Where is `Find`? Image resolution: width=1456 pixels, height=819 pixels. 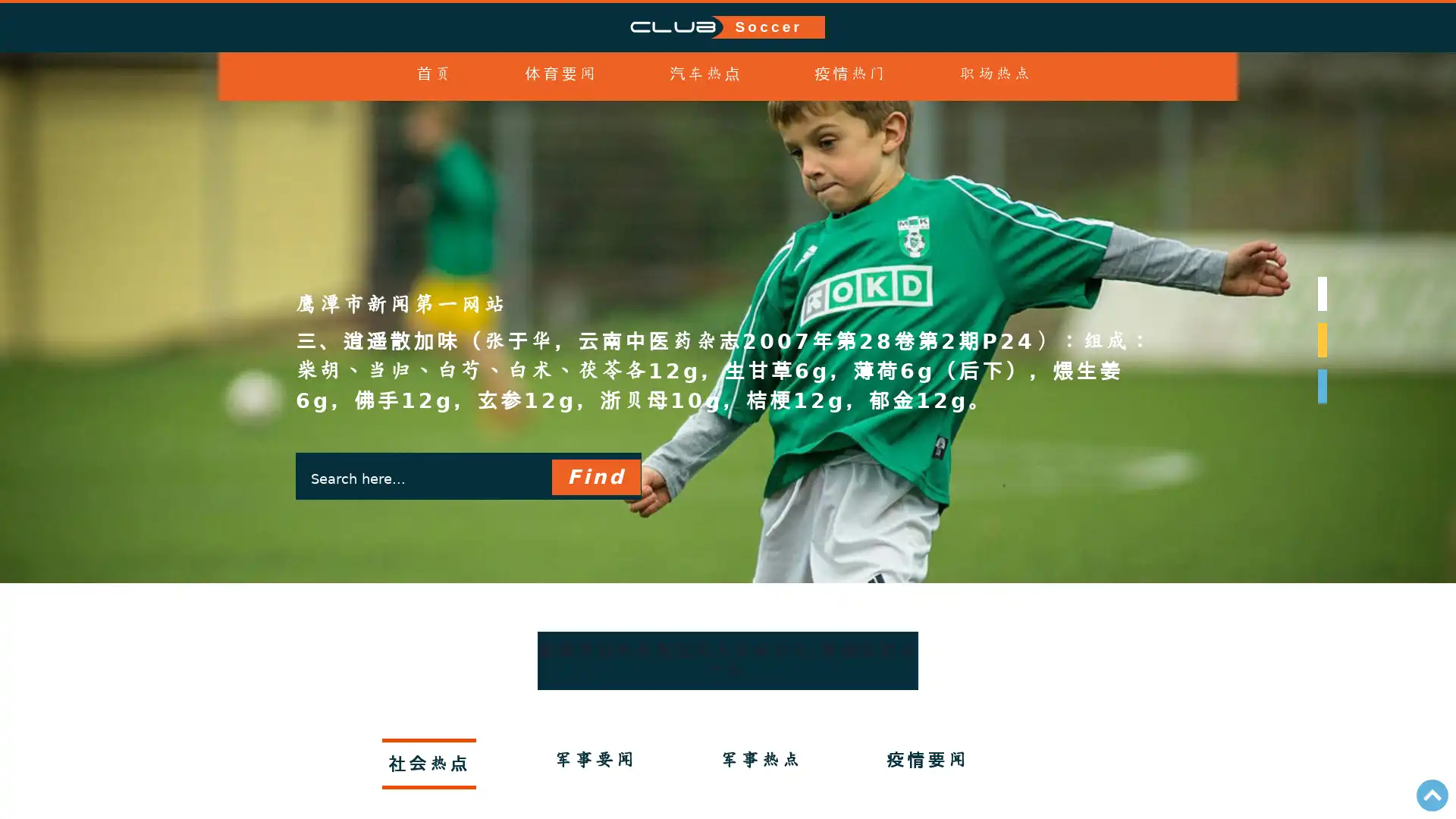 Find is located at coordinates (595, 418).